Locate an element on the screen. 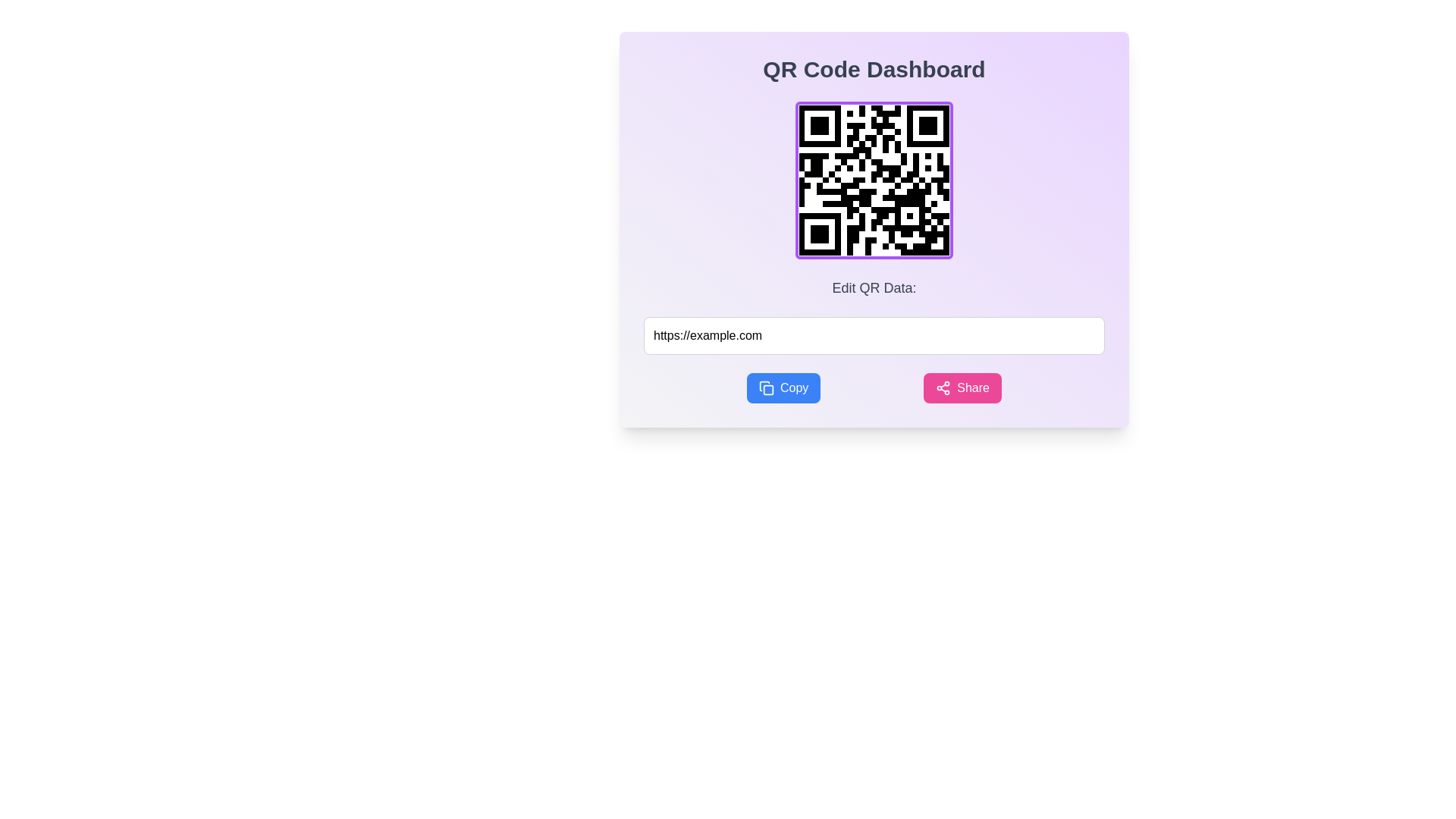 The image size is (1456, 819). the pink 'Share' button located in the bottom right part of the UI to observe its gradient hover effect is located at coordinates (962, 388).